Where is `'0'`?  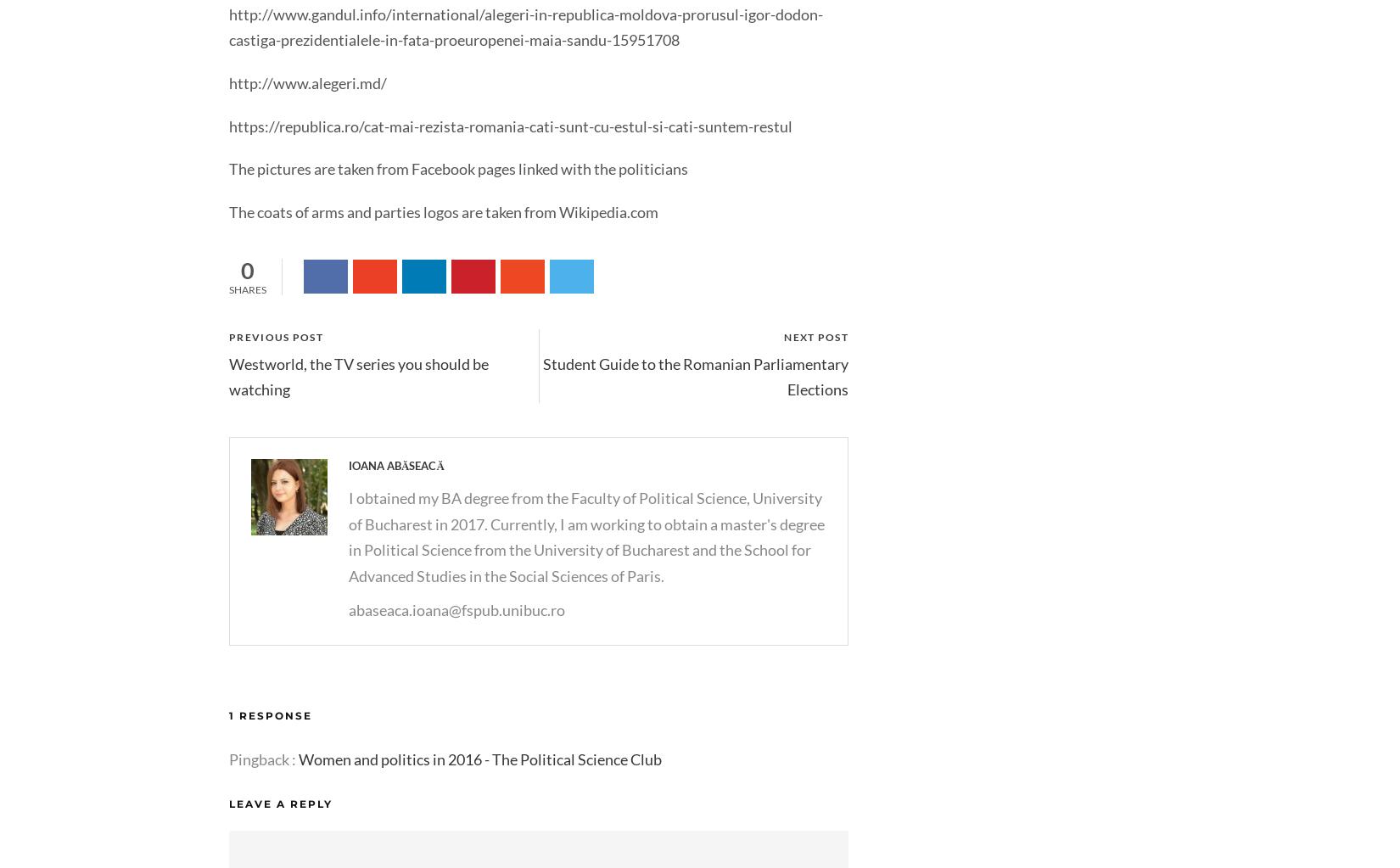
'0' is located at coordinates (240, 270).